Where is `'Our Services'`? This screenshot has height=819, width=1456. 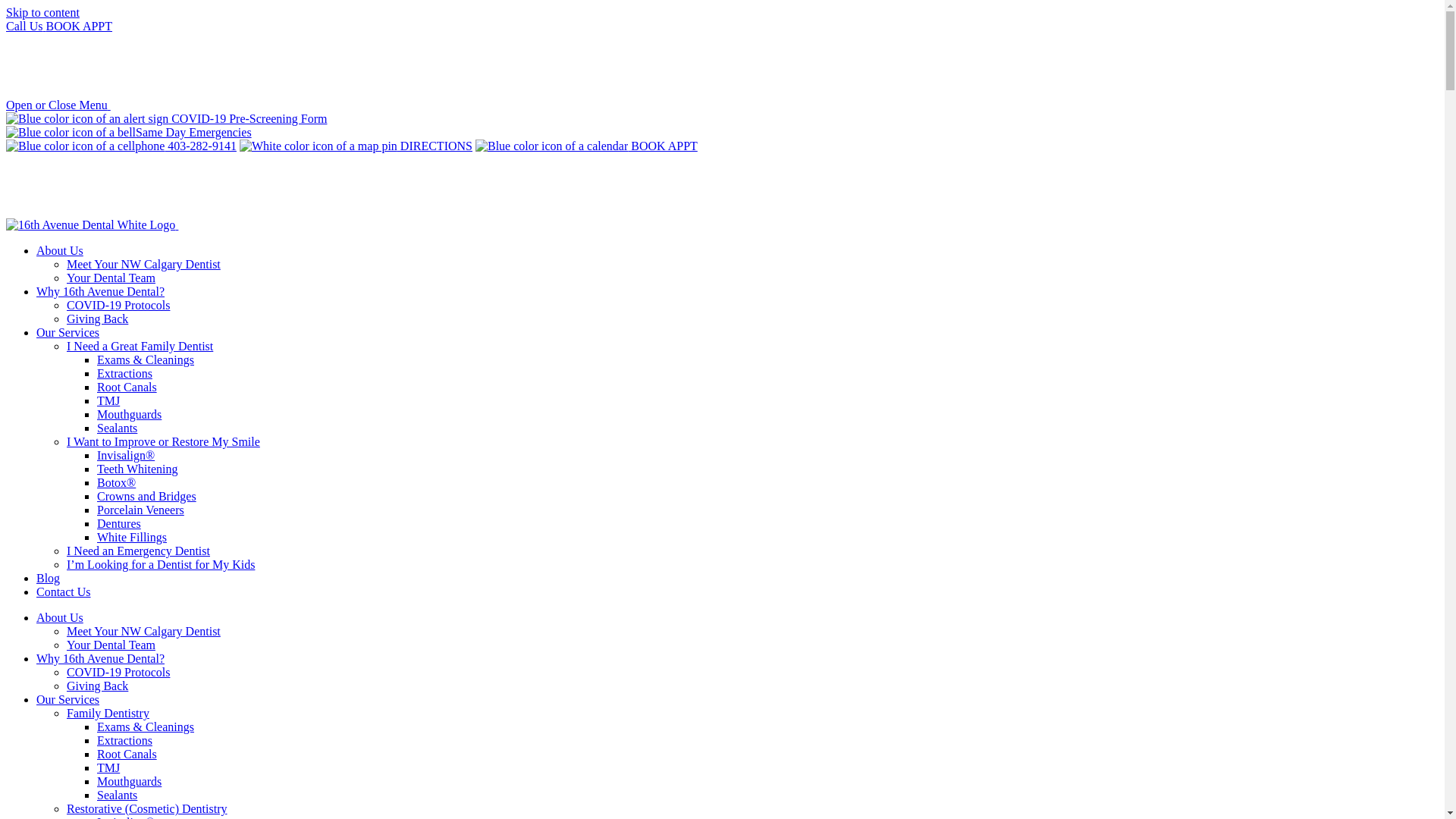
'Our Services' is located at coordinates (36, 699).